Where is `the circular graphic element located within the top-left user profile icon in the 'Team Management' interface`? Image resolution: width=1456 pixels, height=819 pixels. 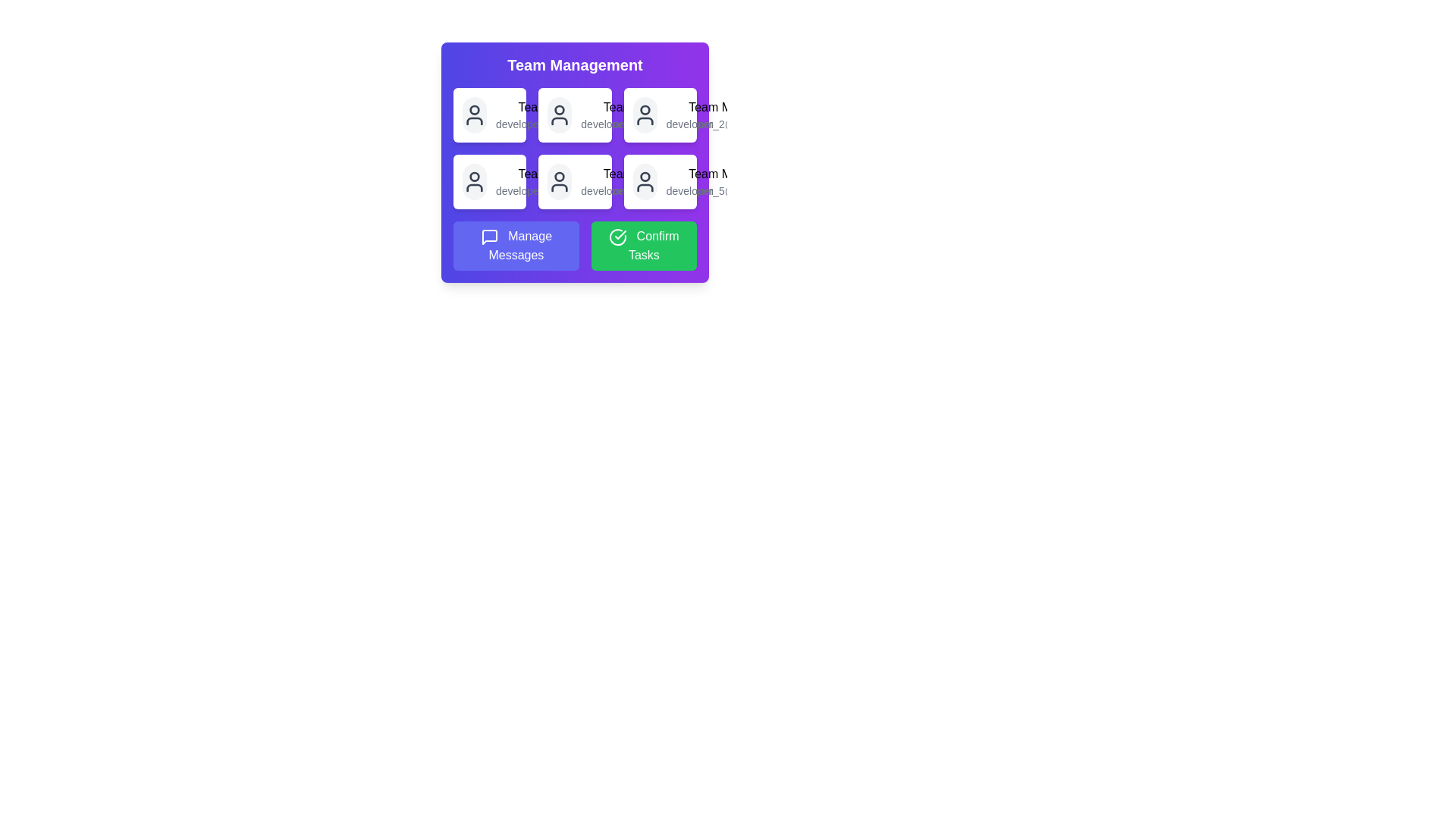
the circular graphic element located within the top-left user profile icon in the 'Team Management' interface is located at coordinates (473, 109).